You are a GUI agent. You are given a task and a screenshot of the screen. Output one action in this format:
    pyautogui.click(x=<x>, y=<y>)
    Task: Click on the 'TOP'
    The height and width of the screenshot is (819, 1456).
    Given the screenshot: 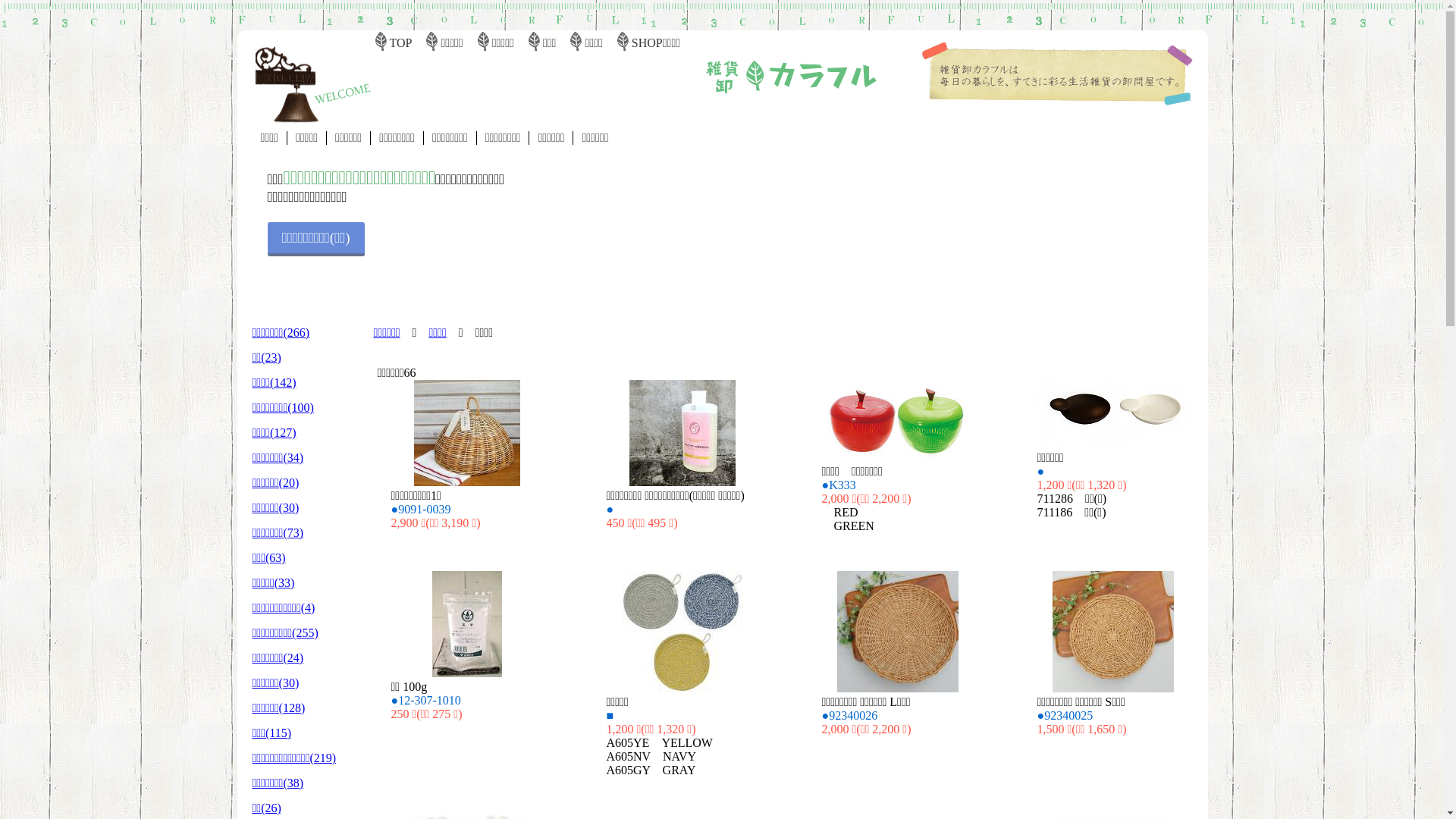 What is the action you would take?
    pyautogui.click(x=389, y=42)
    